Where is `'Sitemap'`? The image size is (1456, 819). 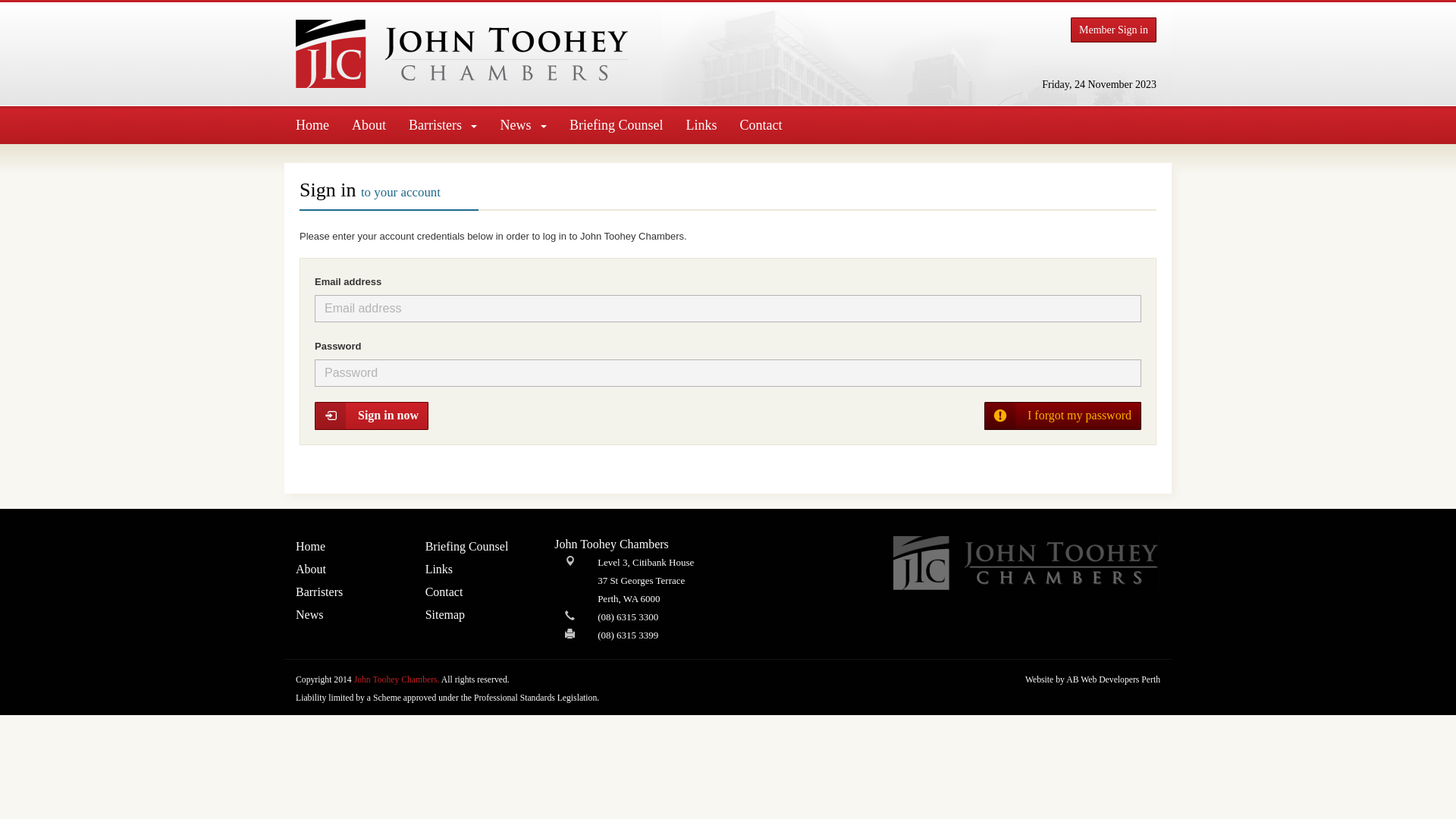
'Sitemap' is located at coordinates (478, 614).